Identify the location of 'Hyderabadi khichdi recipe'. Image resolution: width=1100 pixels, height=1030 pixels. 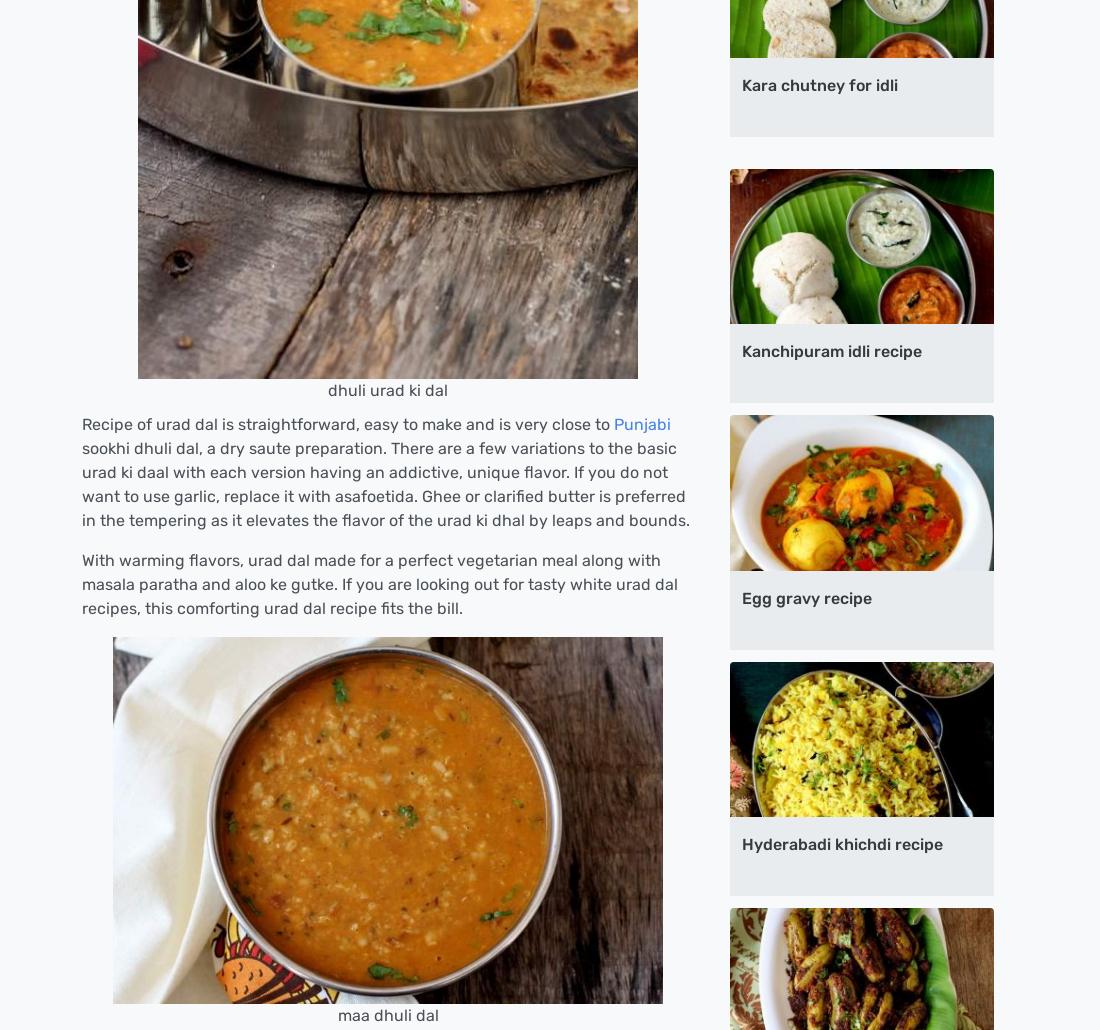
(740, 843).